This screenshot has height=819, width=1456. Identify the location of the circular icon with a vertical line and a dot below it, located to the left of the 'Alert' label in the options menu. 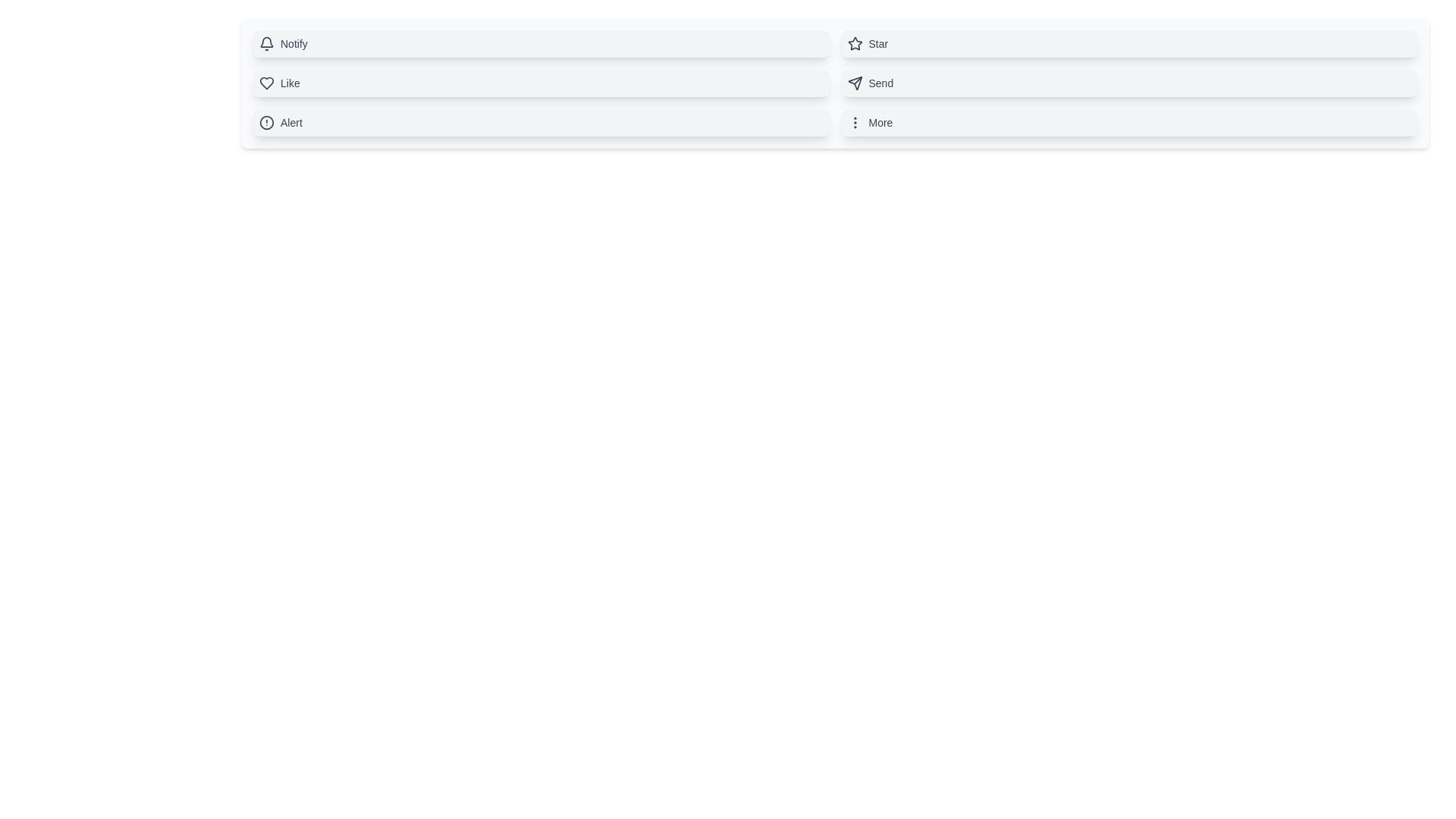
(266, 122).